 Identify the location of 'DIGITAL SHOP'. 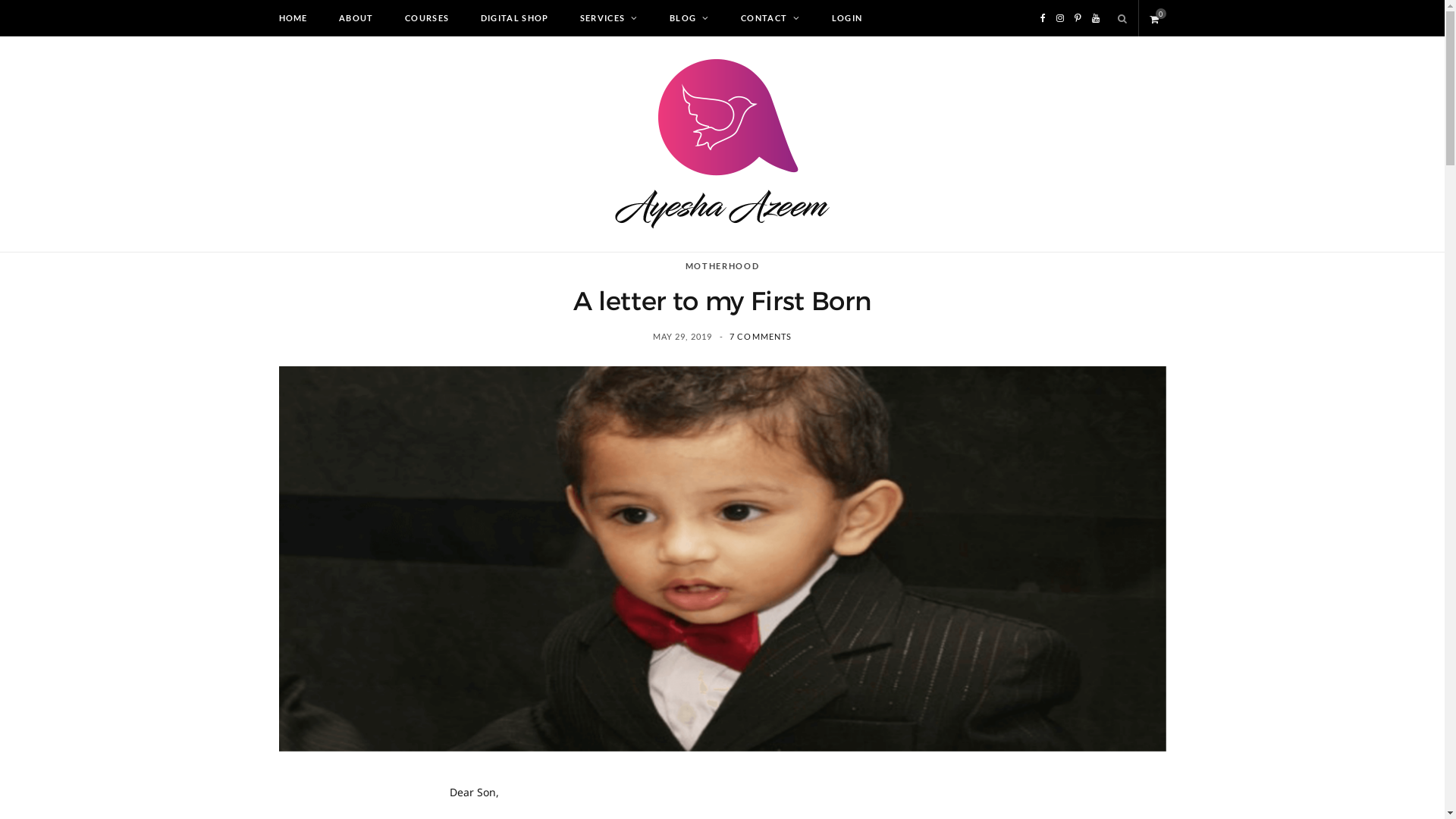
(465, 17).